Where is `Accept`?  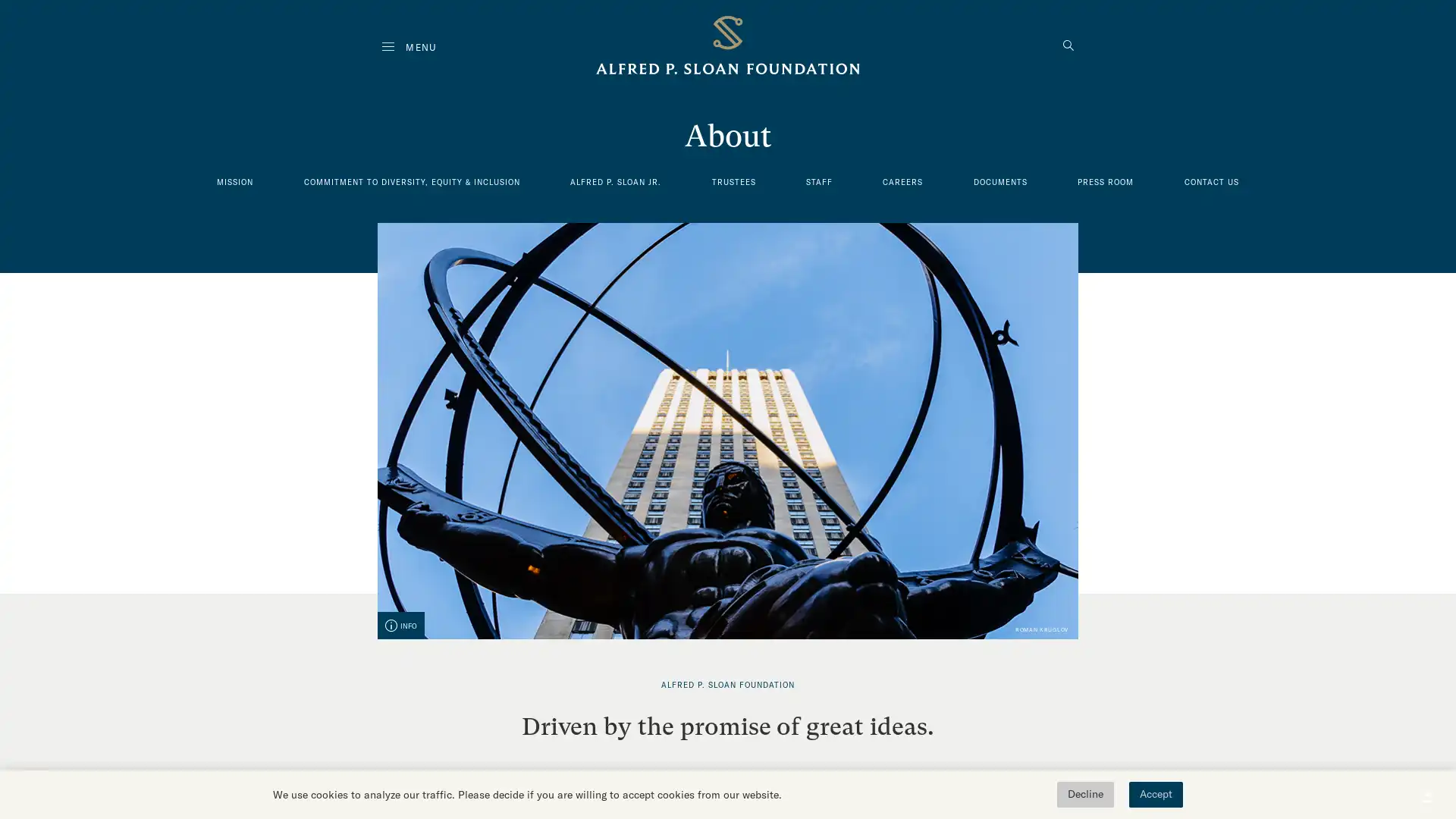
Accept is located at coordinates (1155, 794).